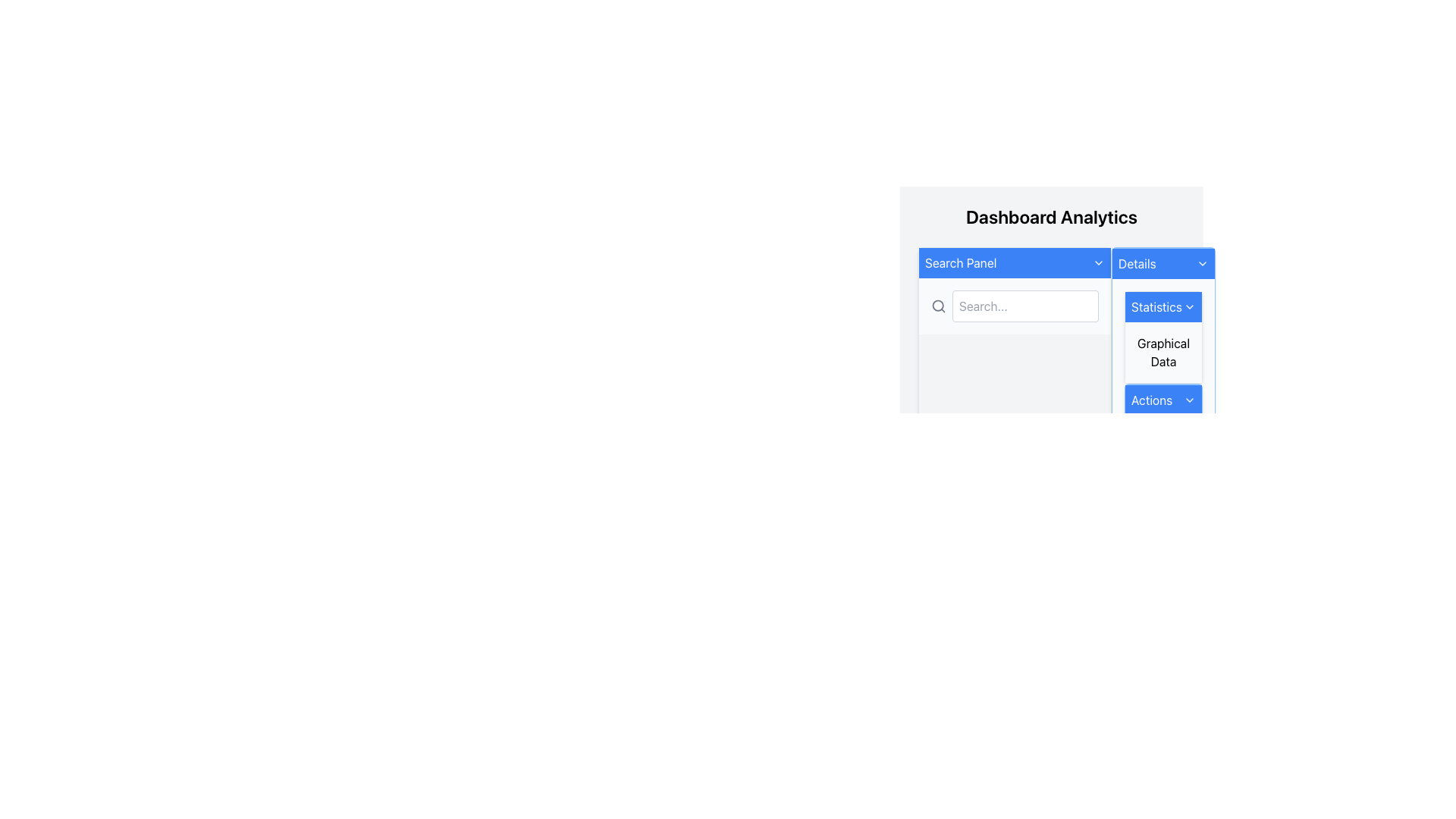 The height and width of the screenshot is (819, 1456). What do you see at coordinates (1163, 307) in the screenshot?
I see `the 'Statistics' button with a downward-pointing chevron icon` at bounding box center [1163, 307].